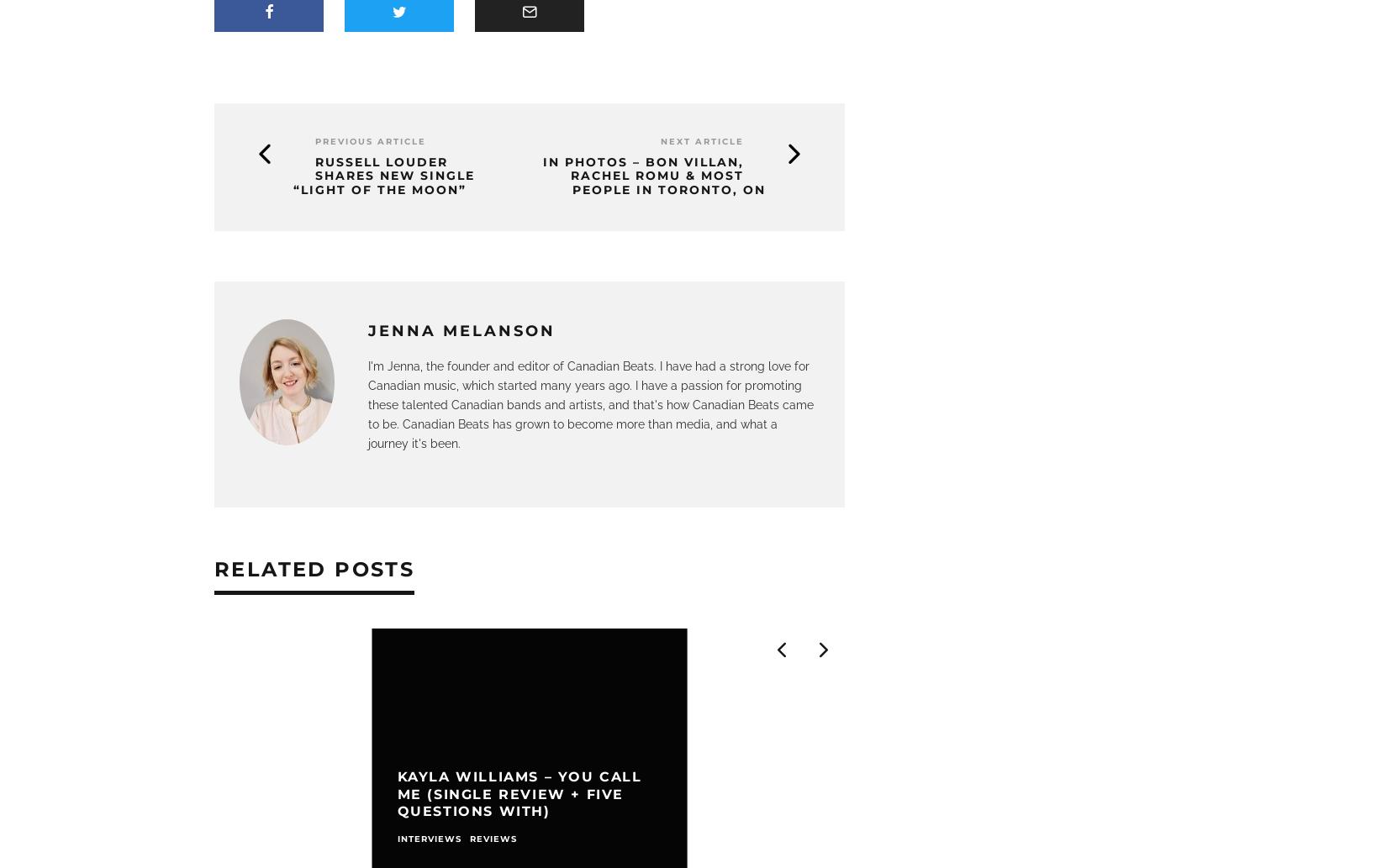  What do you see at coordinates (492, 838) in the screenshot?
I see `'Reviews'` at bounding box center [492, 838].